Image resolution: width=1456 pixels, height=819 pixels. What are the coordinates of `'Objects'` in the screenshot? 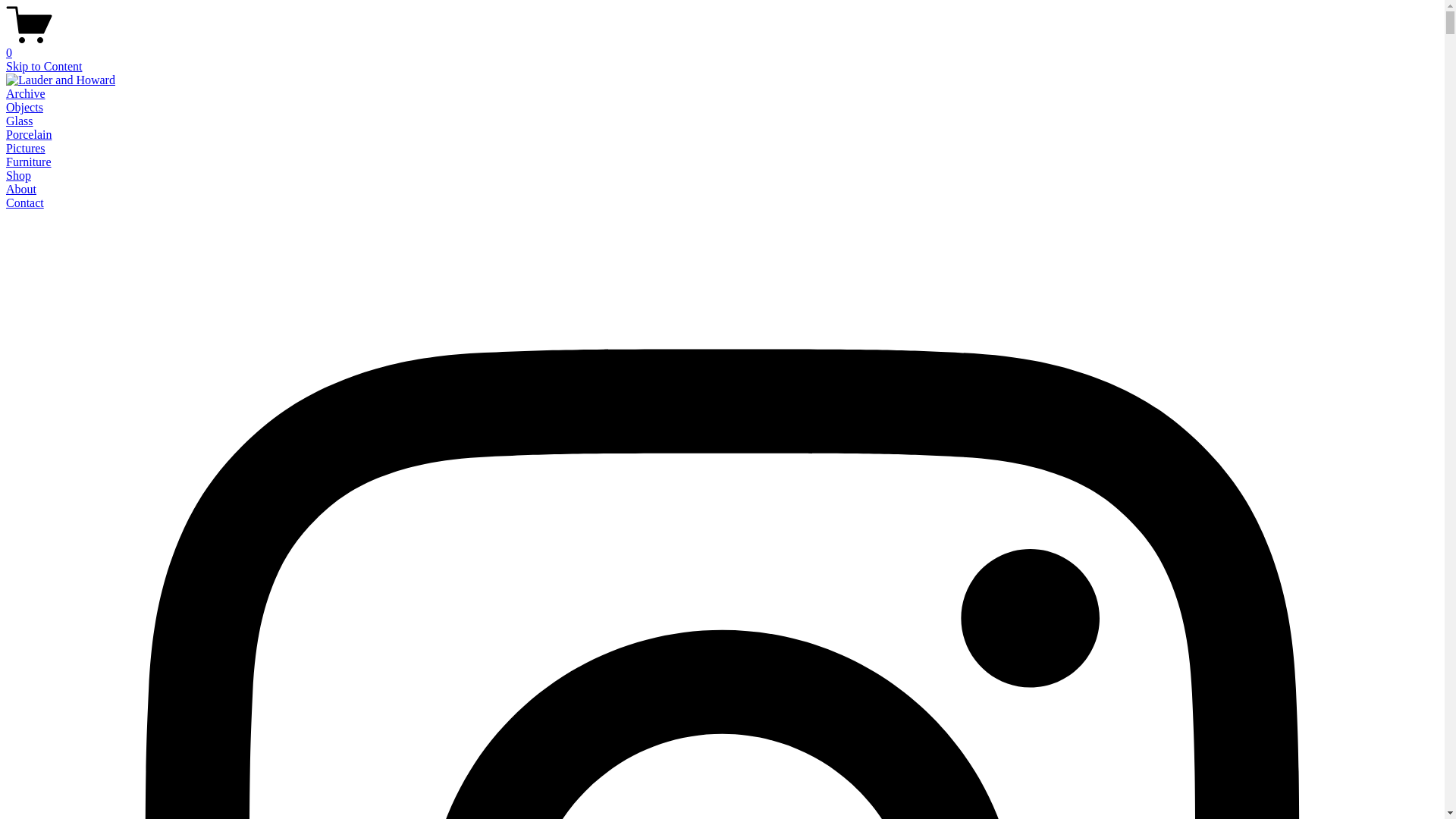 It's located at (24, 106).